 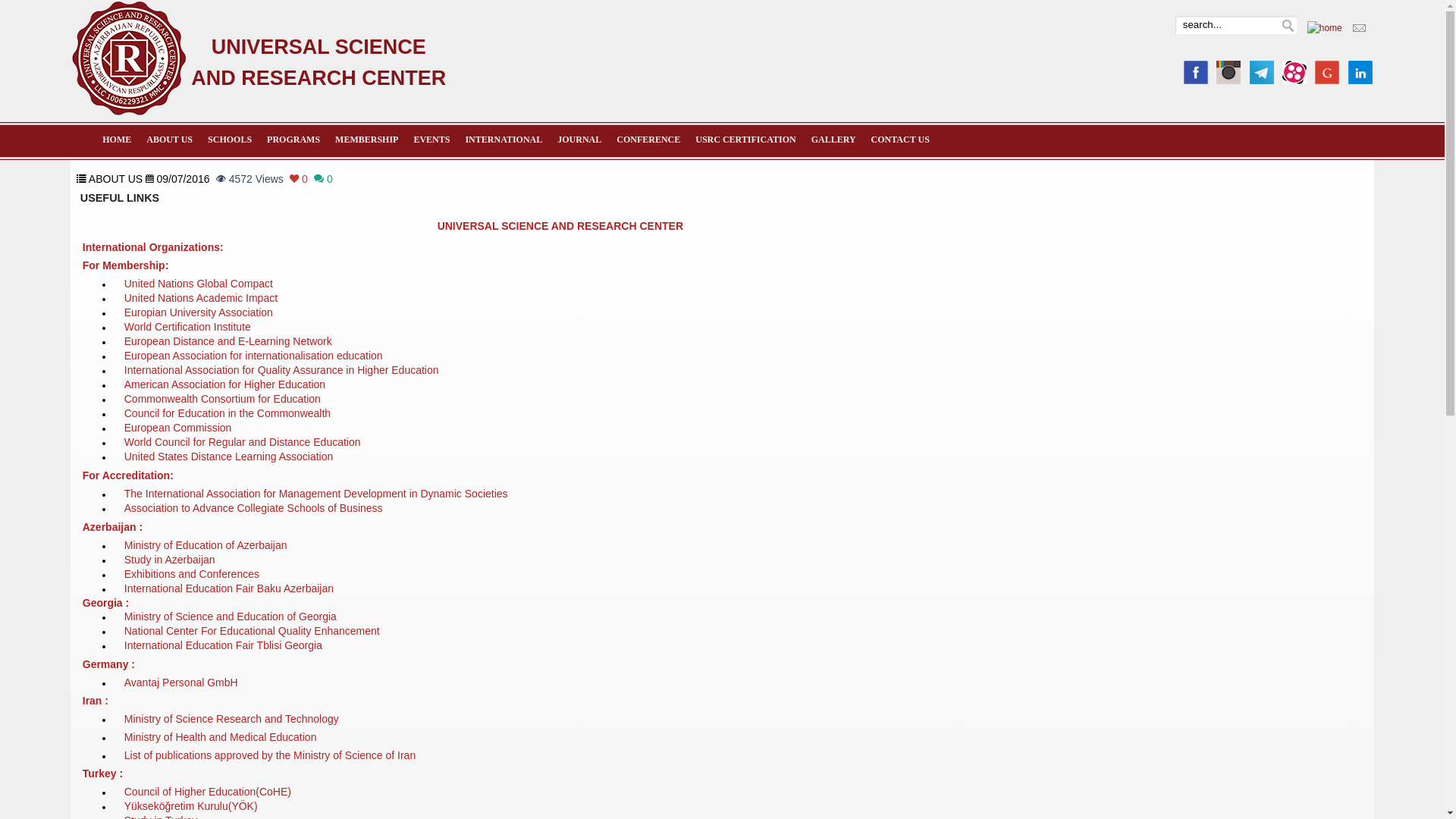 I want to click on 'Study in Azerbaijan', so click(x=124, y=560).